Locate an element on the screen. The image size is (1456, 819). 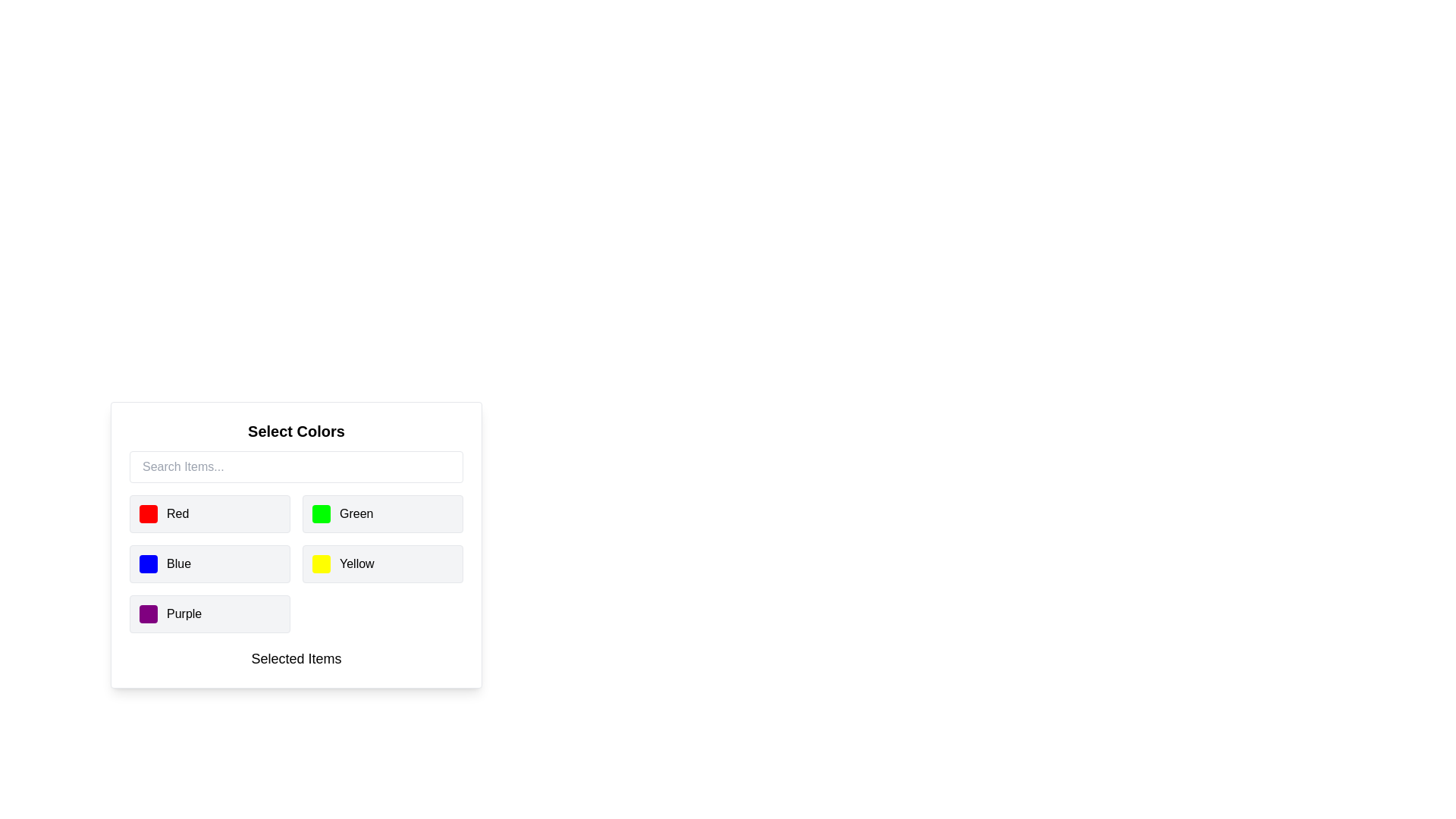
the yellow color option from the color swatch located in the grid layout of the 'Select Colors' panel is located at coordinates (320, 564).